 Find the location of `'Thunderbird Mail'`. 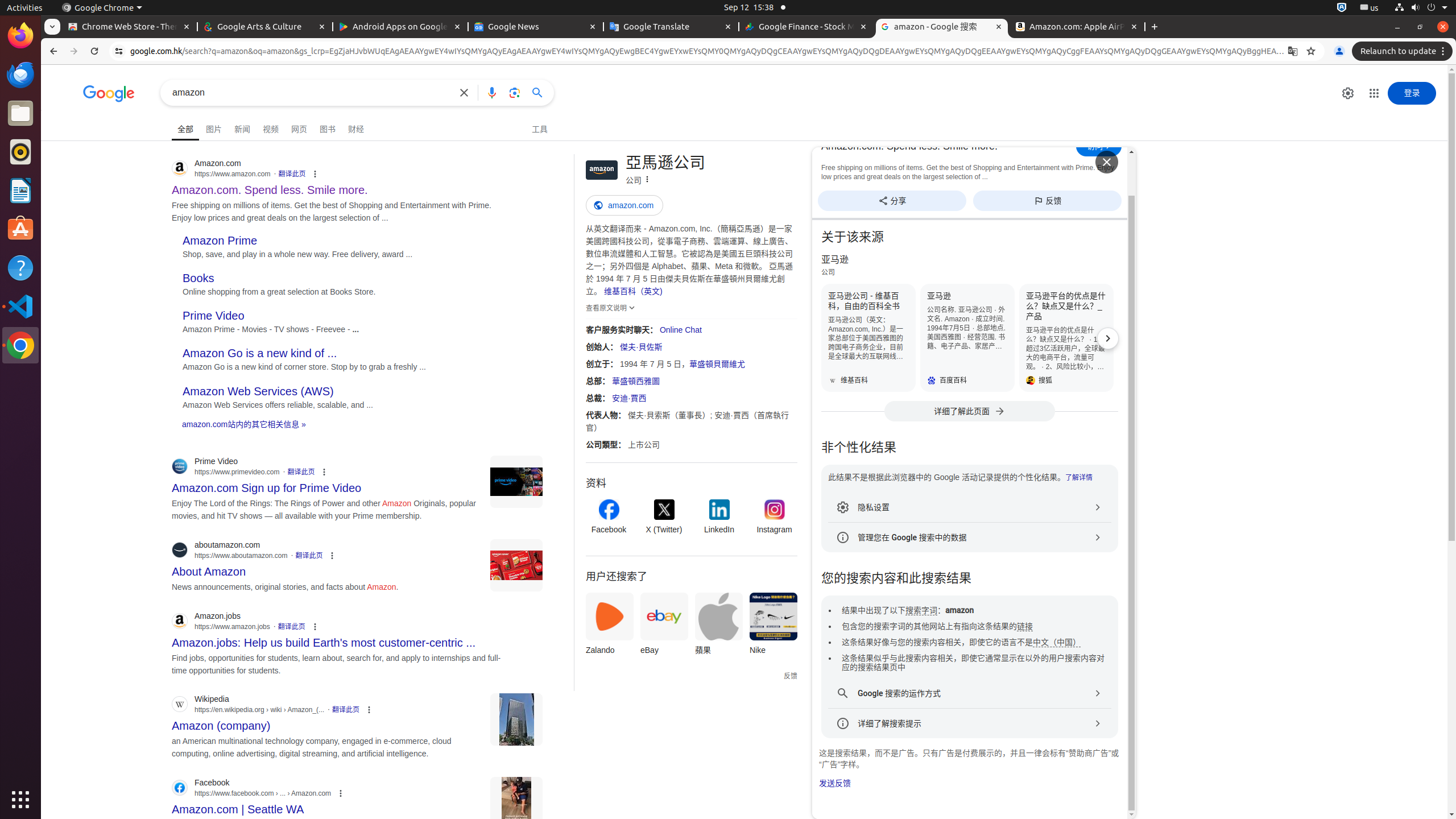

'Thunderbird Mail' is located at coordinates (20, 74).